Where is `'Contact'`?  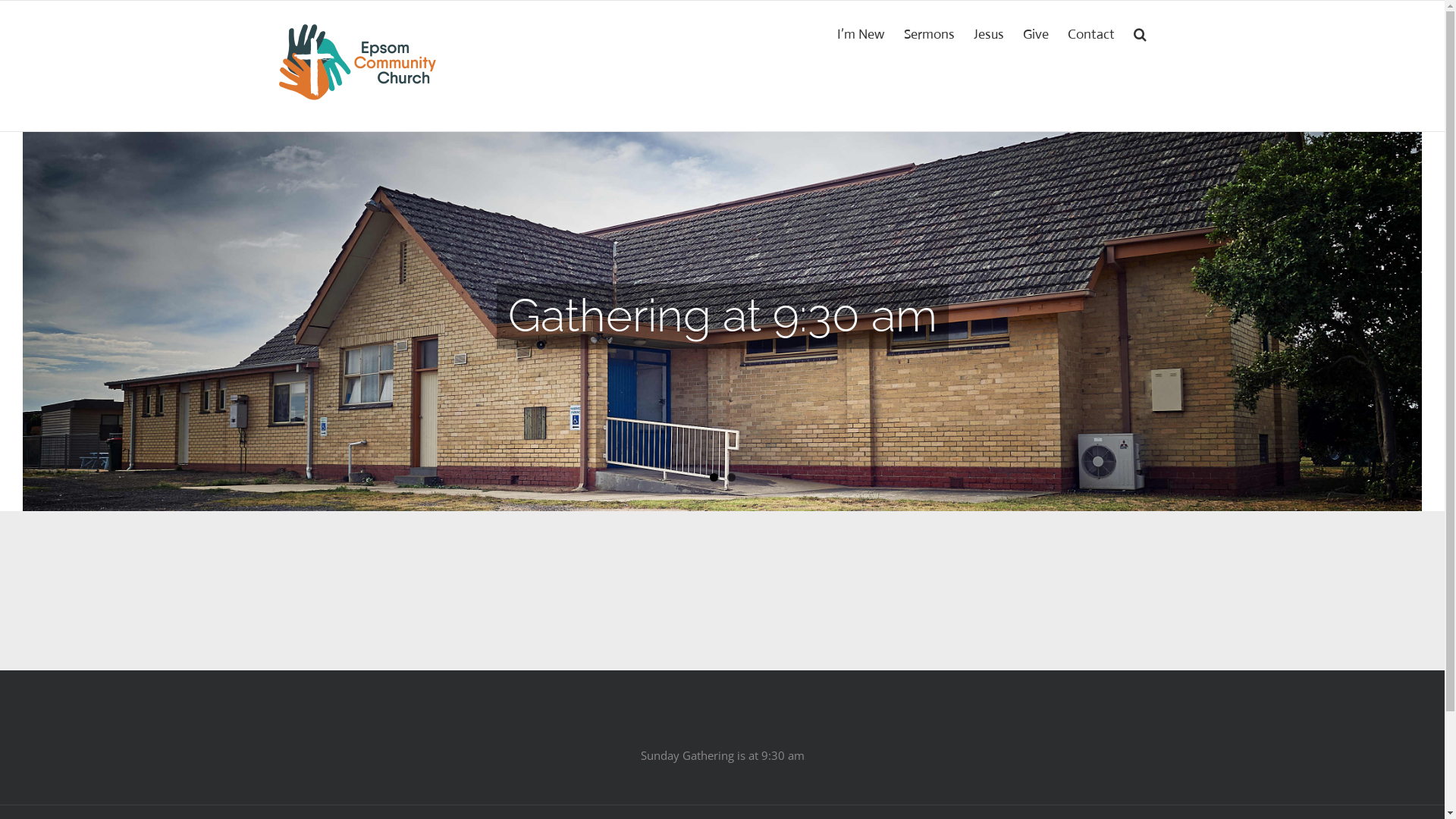
'Contact' is located at coordinates (1090, 32).